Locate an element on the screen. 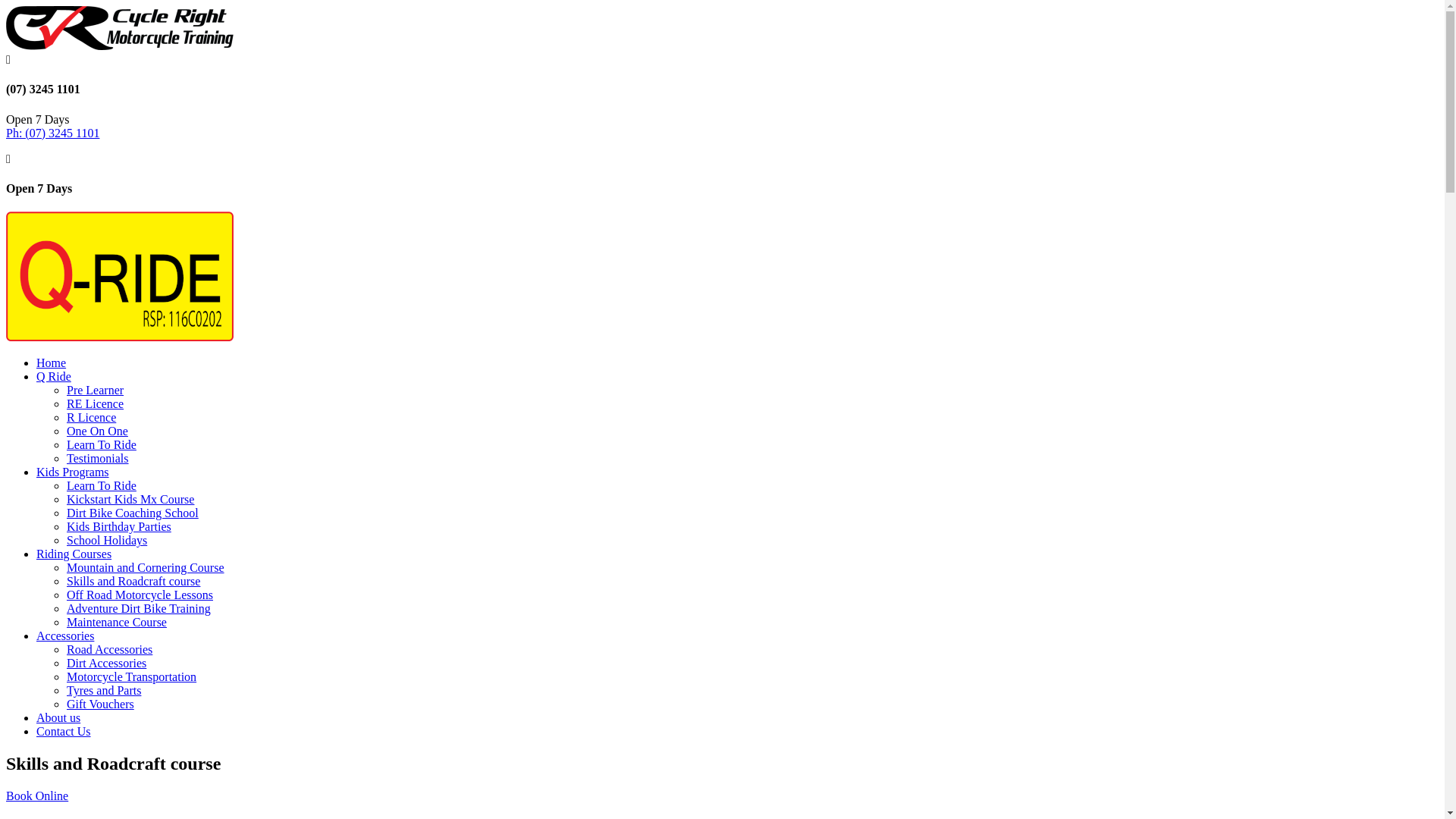  'Home' is located at coordinates (51, 362).